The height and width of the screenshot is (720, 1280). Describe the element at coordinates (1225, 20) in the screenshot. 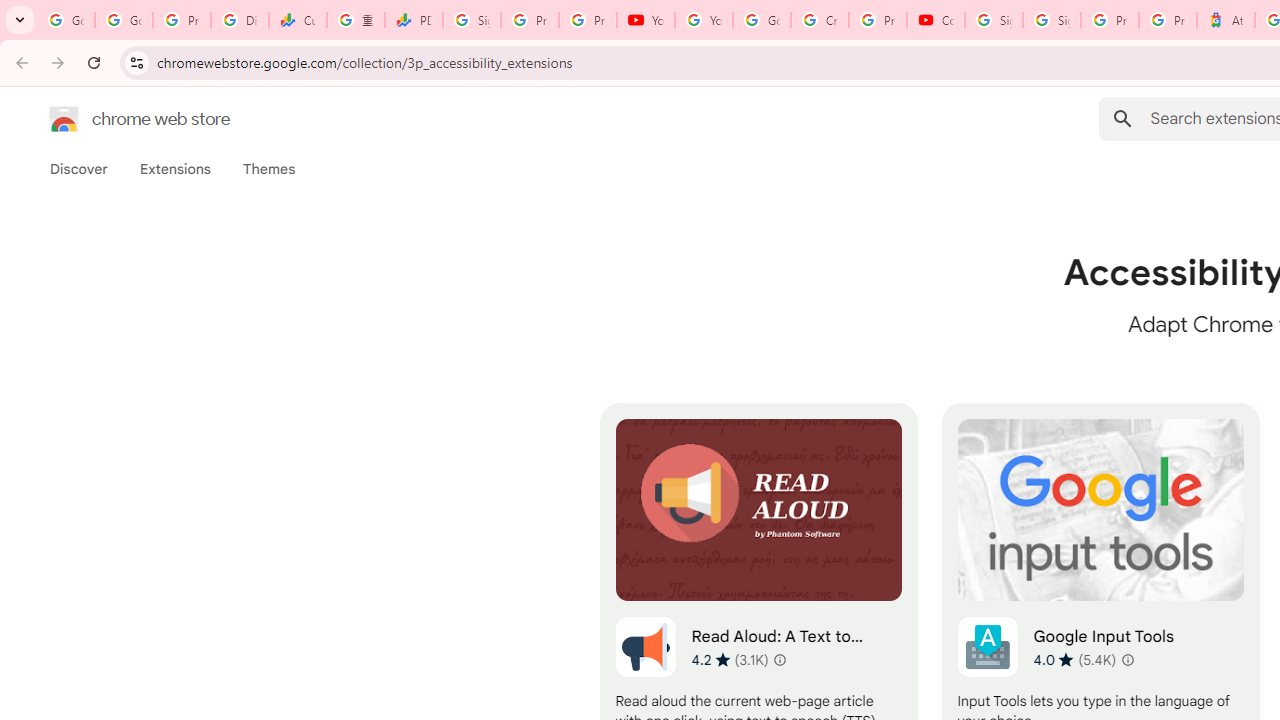

I see `'Atour Hotel - Google hotels'` at that location.